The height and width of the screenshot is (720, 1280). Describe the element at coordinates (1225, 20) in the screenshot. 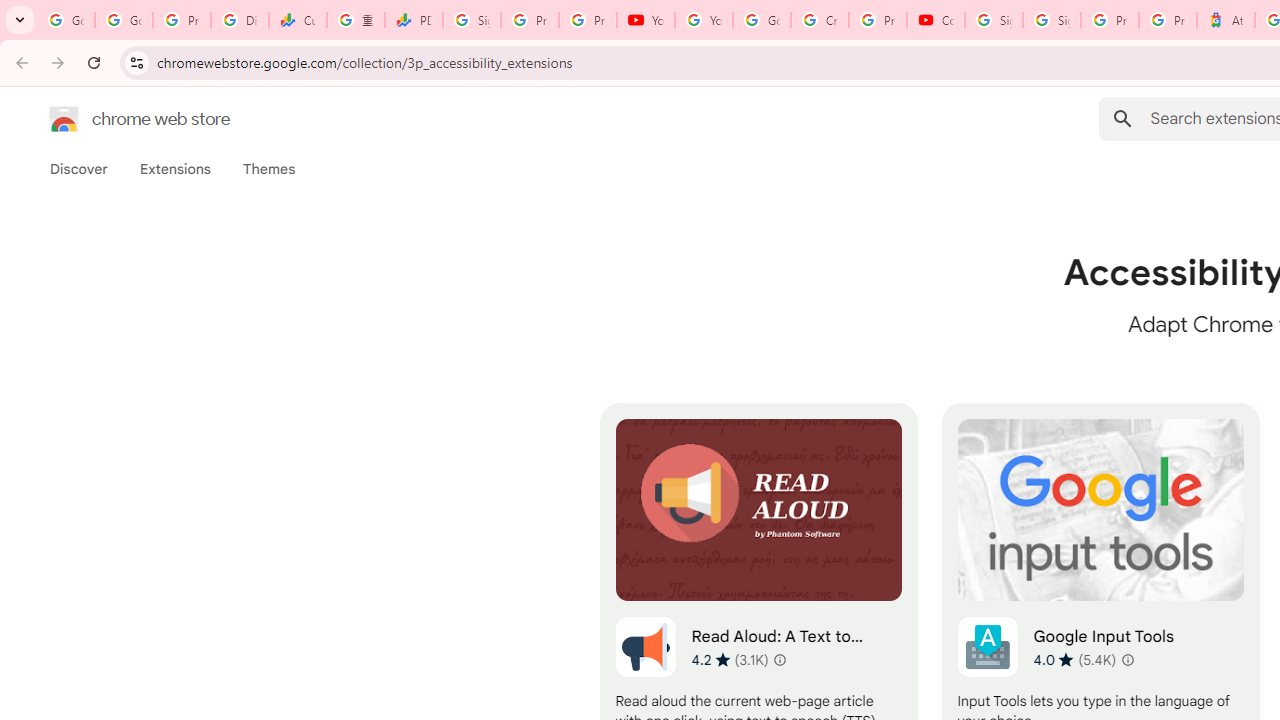

I see `'Atour Hotel - Google hotels'` at that location.